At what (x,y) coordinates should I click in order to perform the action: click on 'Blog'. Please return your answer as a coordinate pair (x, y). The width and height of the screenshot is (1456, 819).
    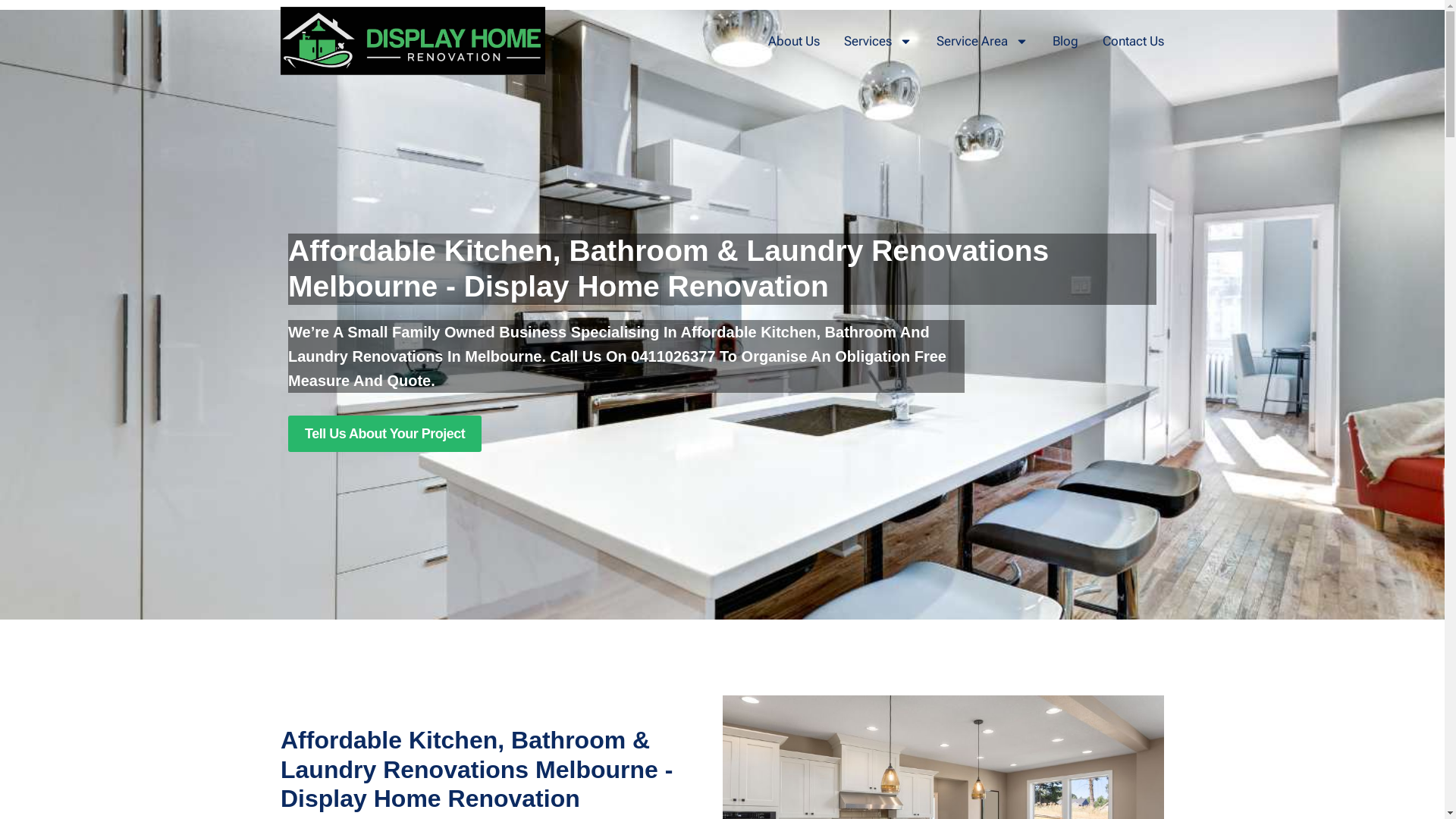
    Looking at the image, I should click on (1065, 40).